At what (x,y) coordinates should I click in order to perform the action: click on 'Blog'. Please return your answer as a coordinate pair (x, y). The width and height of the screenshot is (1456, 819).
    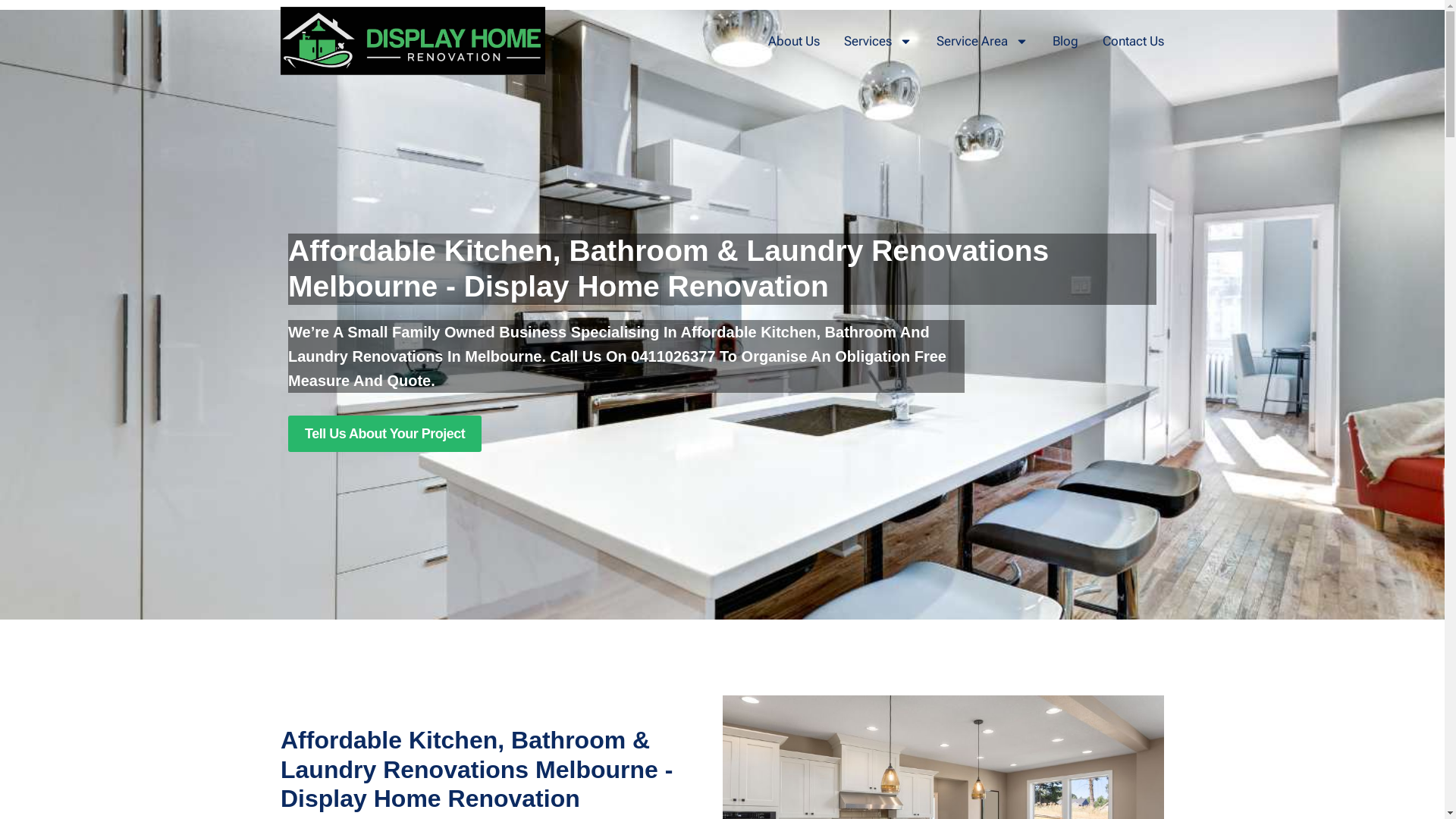
    Looking at the image, I should click on (1065, 40).